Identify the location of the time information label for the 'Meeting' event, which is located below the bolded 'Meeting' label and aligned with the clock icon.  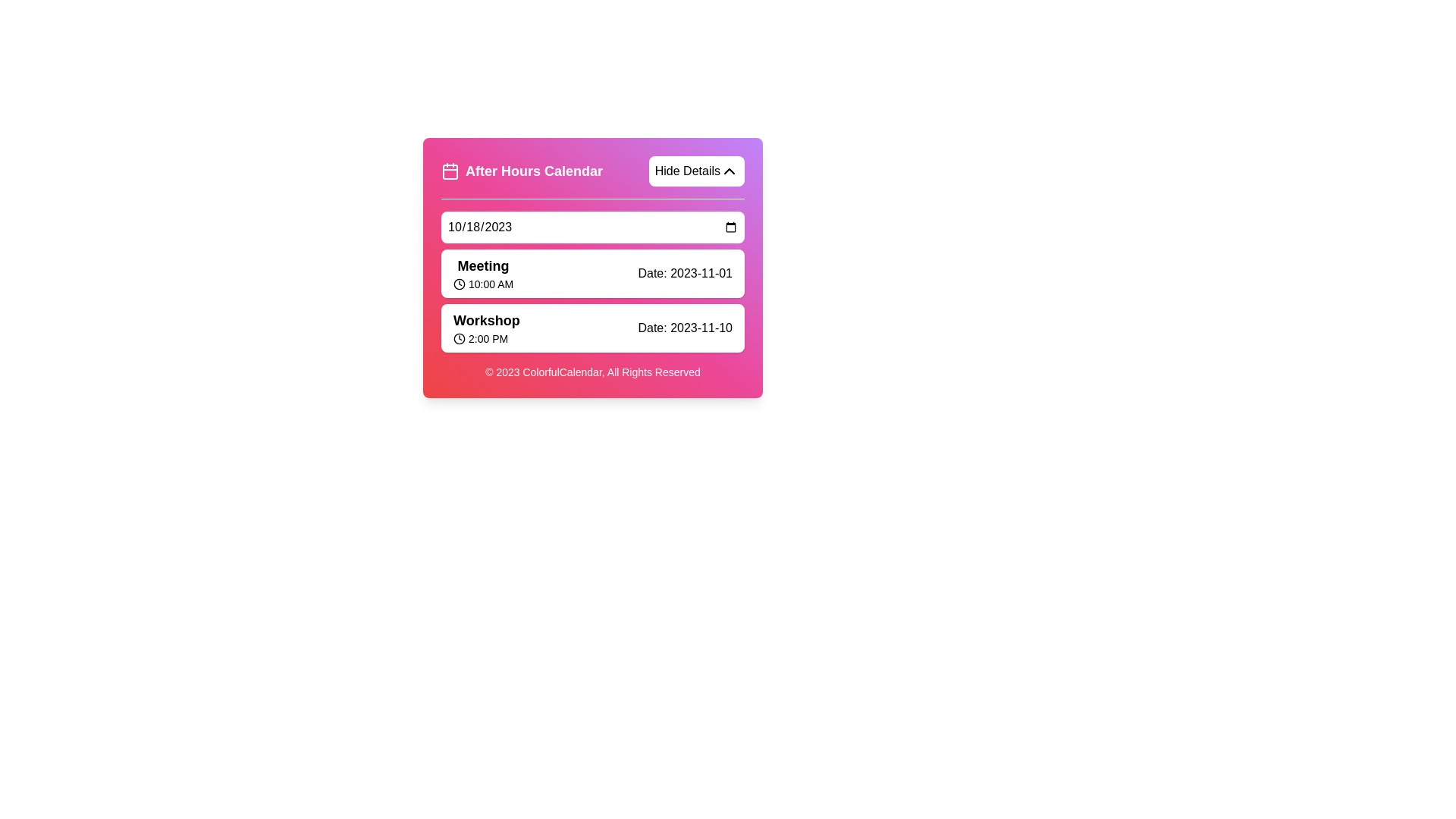
(482, 284).